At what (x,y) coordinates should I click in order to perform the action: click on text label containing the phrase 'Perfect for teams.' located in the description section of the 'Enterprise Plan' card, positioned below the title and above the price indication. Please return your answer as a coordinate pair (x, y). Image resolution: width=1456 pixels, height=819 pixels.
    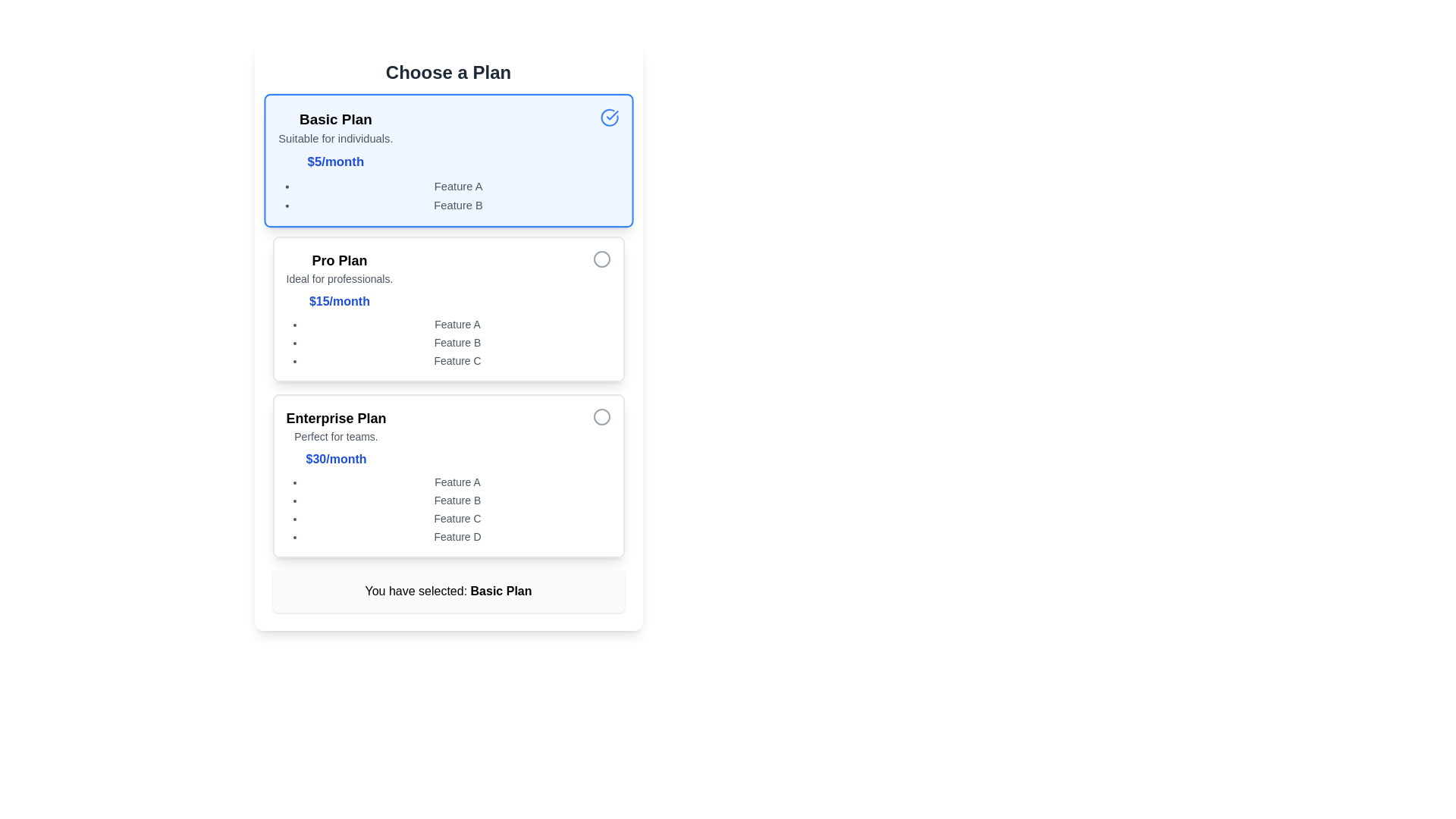
    Looking at the image, I should click on (335, 436).